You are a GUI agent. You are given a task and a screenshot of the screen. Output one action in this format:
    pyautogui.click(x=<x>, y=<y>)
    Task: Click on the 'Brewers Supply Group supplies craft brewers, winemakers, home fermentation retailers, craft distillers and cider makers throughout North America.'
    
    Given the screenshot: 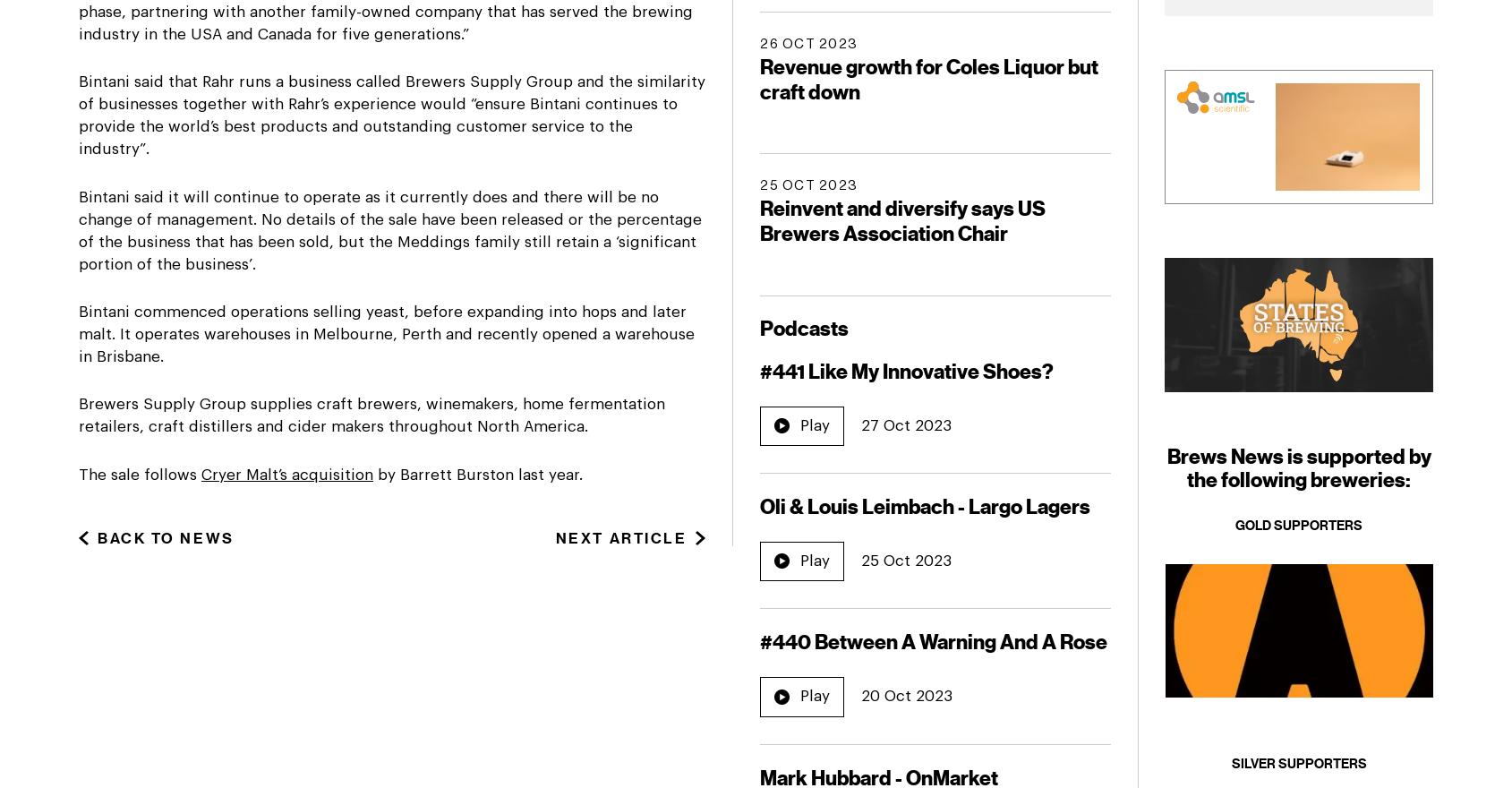 What is the action you would take?
    pyautogui.click(x=371, y=415)
    